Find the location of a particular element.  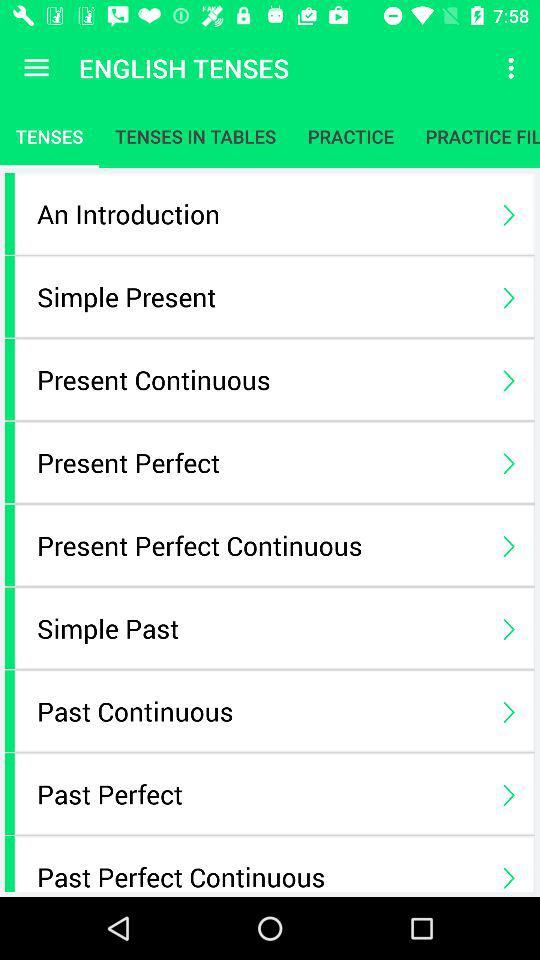

the item above the practice fill up is located at coordinates (513, 68).